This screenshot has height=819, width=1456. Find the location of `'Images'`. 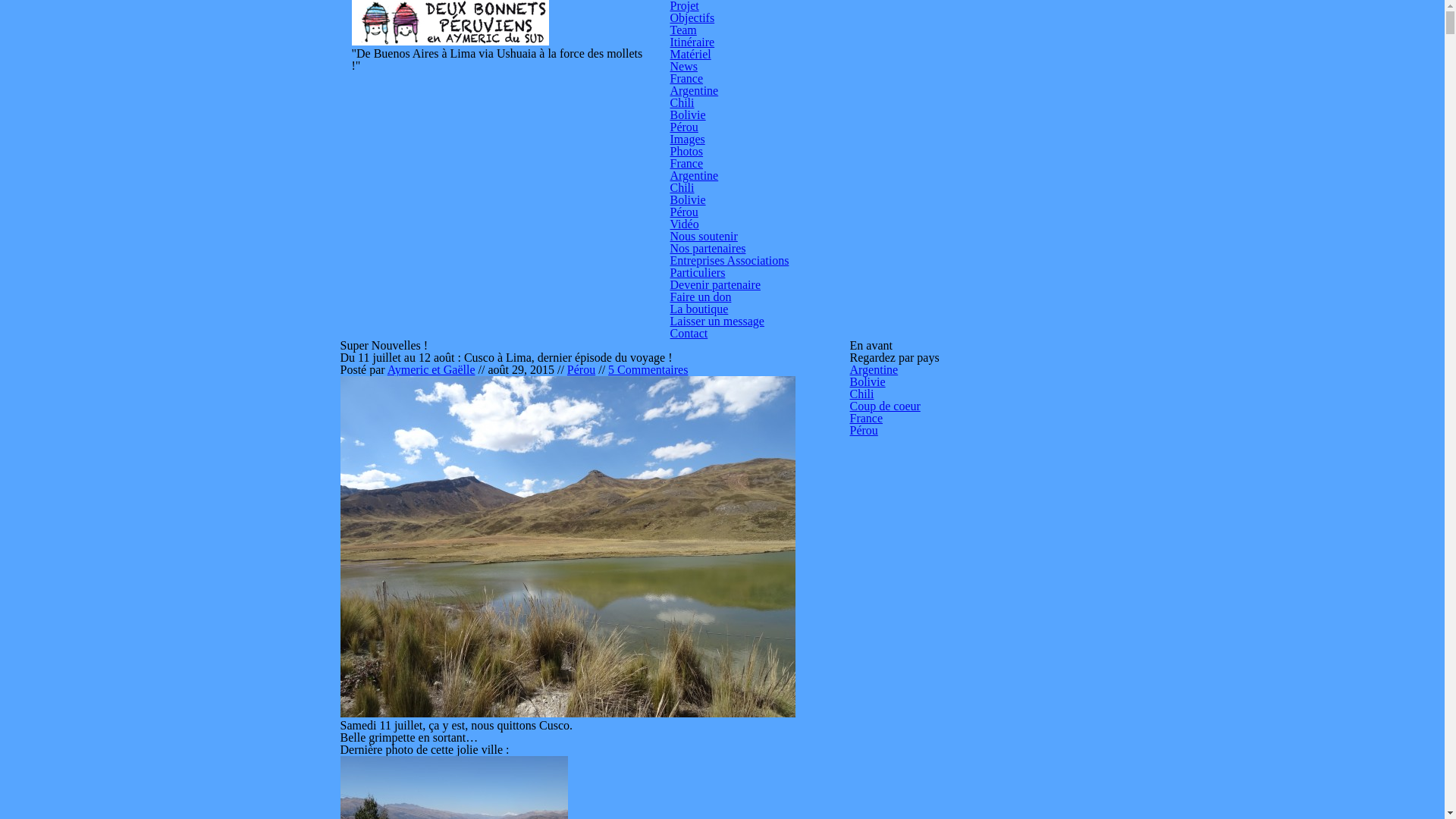

'Images' is located at coordinates (687, 139).